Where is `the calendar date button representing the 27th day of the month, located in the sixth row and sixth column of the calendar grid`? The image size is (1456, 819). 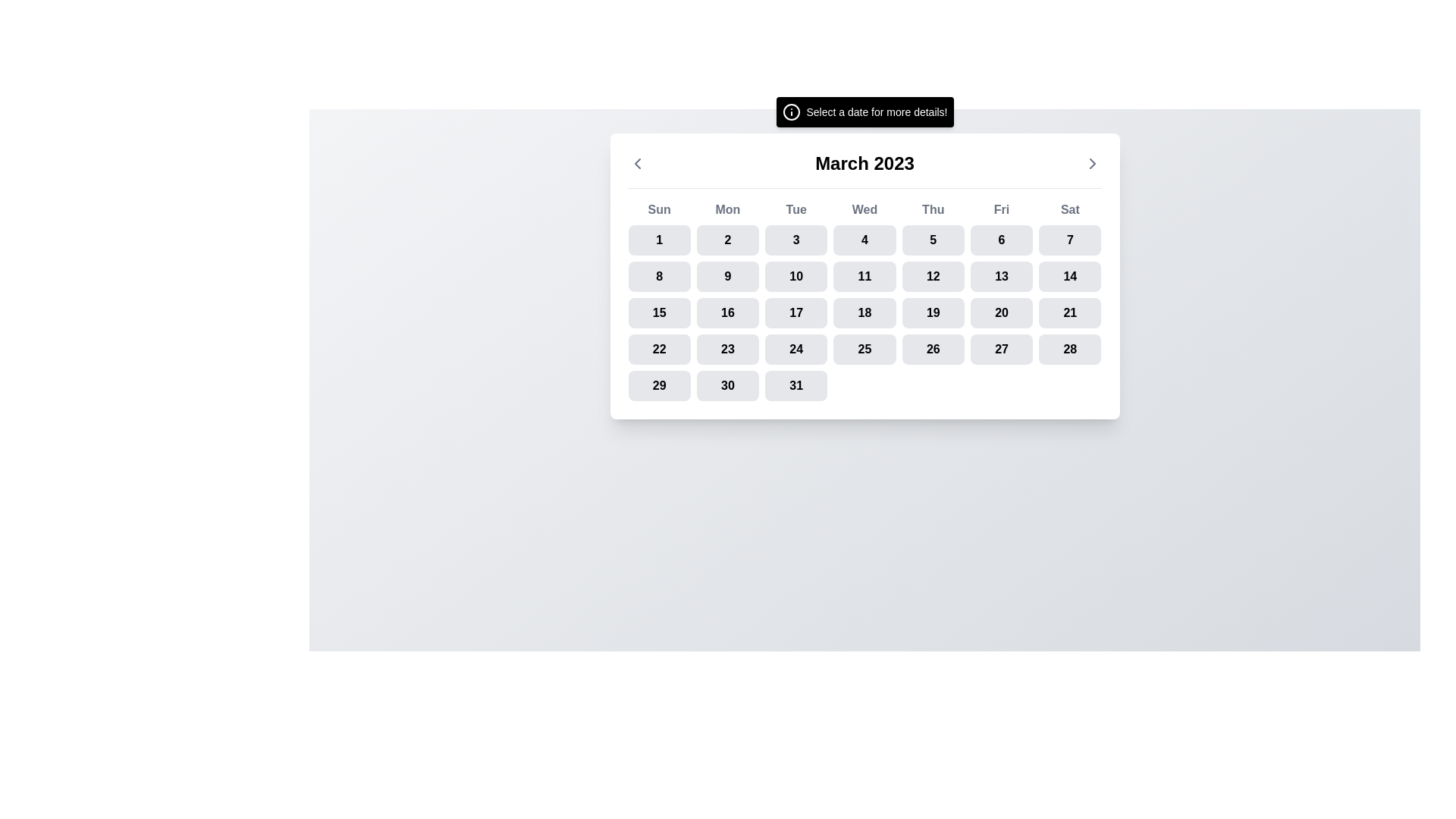
the calendar date button representing the 27th day of the month, located in the sixth row and sixth column of the calendar grid is located at coordinates (1002, 350).